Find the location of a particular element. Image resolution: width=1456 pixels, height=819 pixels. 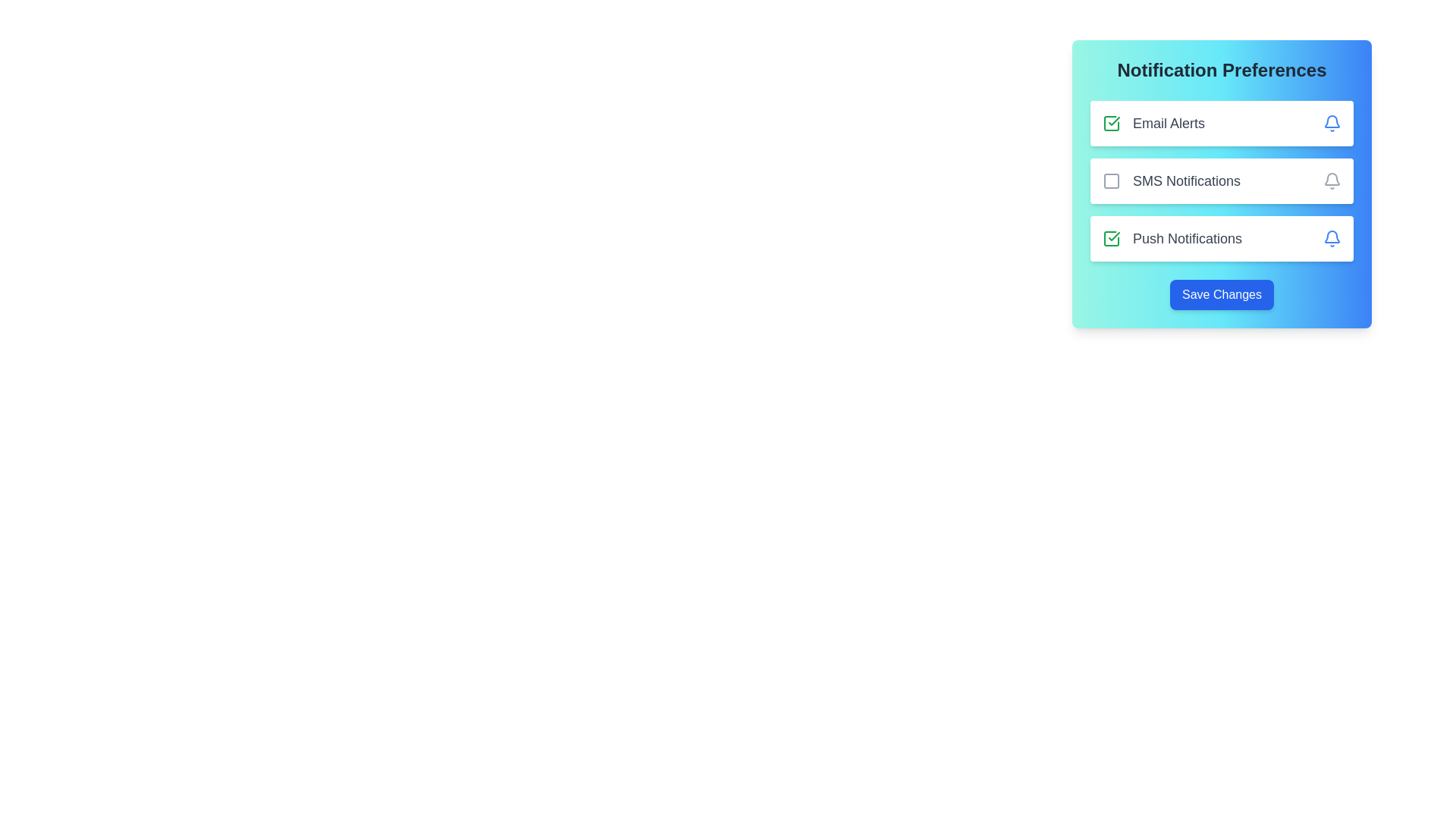

the notification preference toggle for 'Email Alerts' is located at coordinates (1222, 122).